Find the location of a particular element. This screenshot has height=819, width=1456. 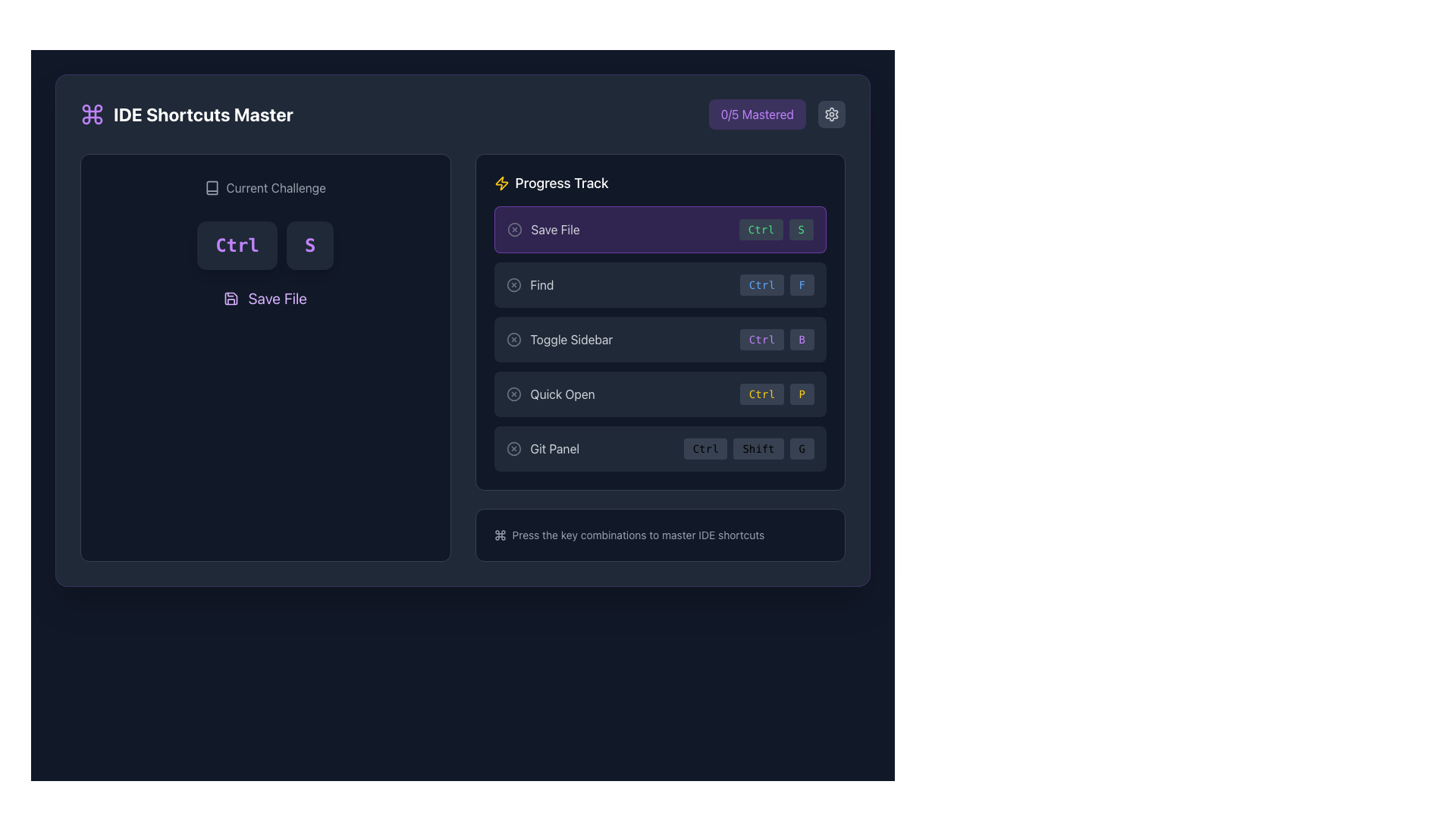

the list item labeled 'Toggle Sidebar' within the dark-themed shortcut guide, positioned between 'Find' and 'Quick Open' is located at coordinates (660, 357).